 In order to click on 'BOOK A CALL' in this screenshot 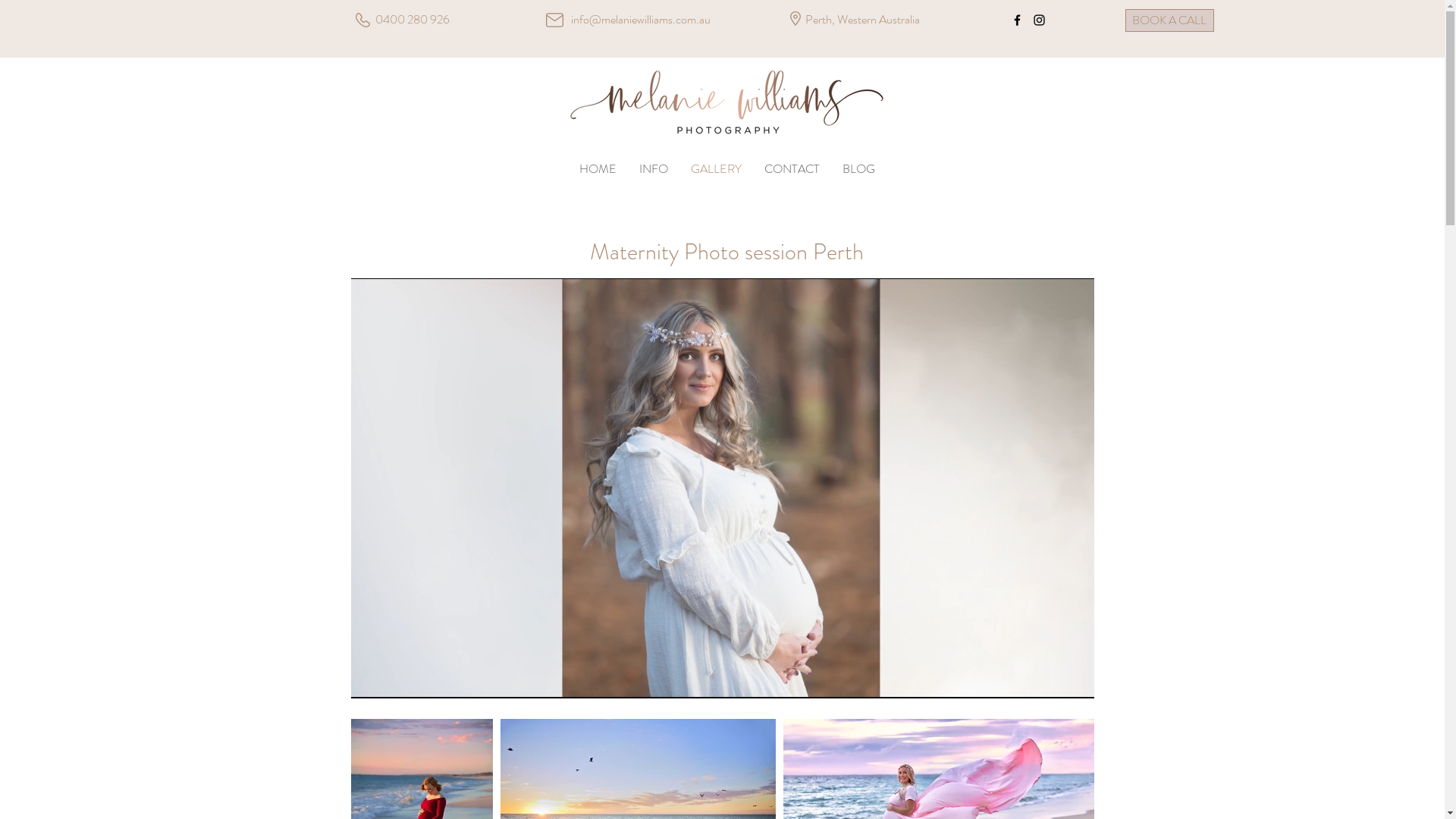, I will do `click(1125, 20)`.